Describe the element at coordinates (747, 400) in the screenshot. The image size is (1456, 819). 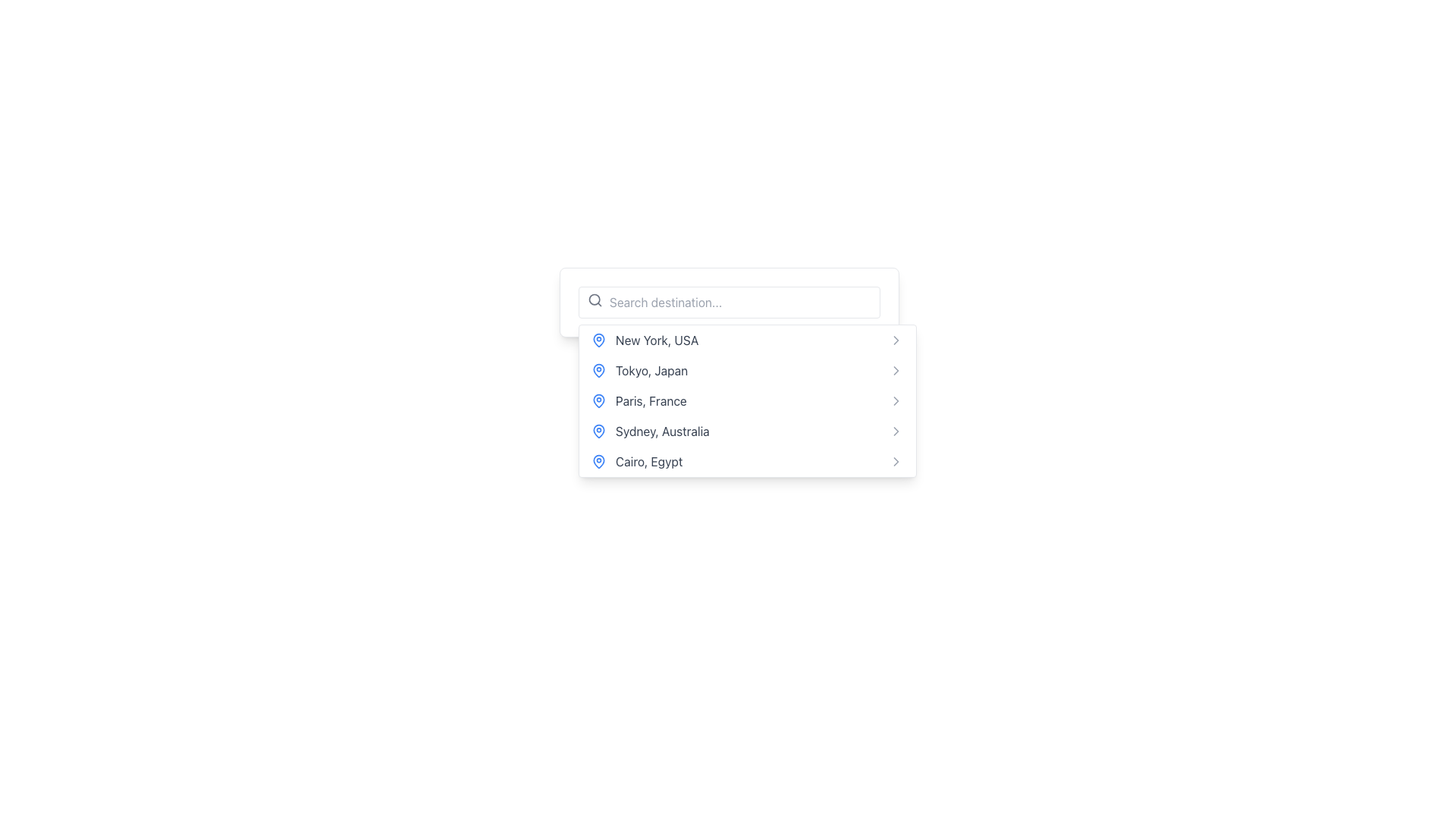
I see `the dropdown menu entry displaying 'Paris, France'` at that location.